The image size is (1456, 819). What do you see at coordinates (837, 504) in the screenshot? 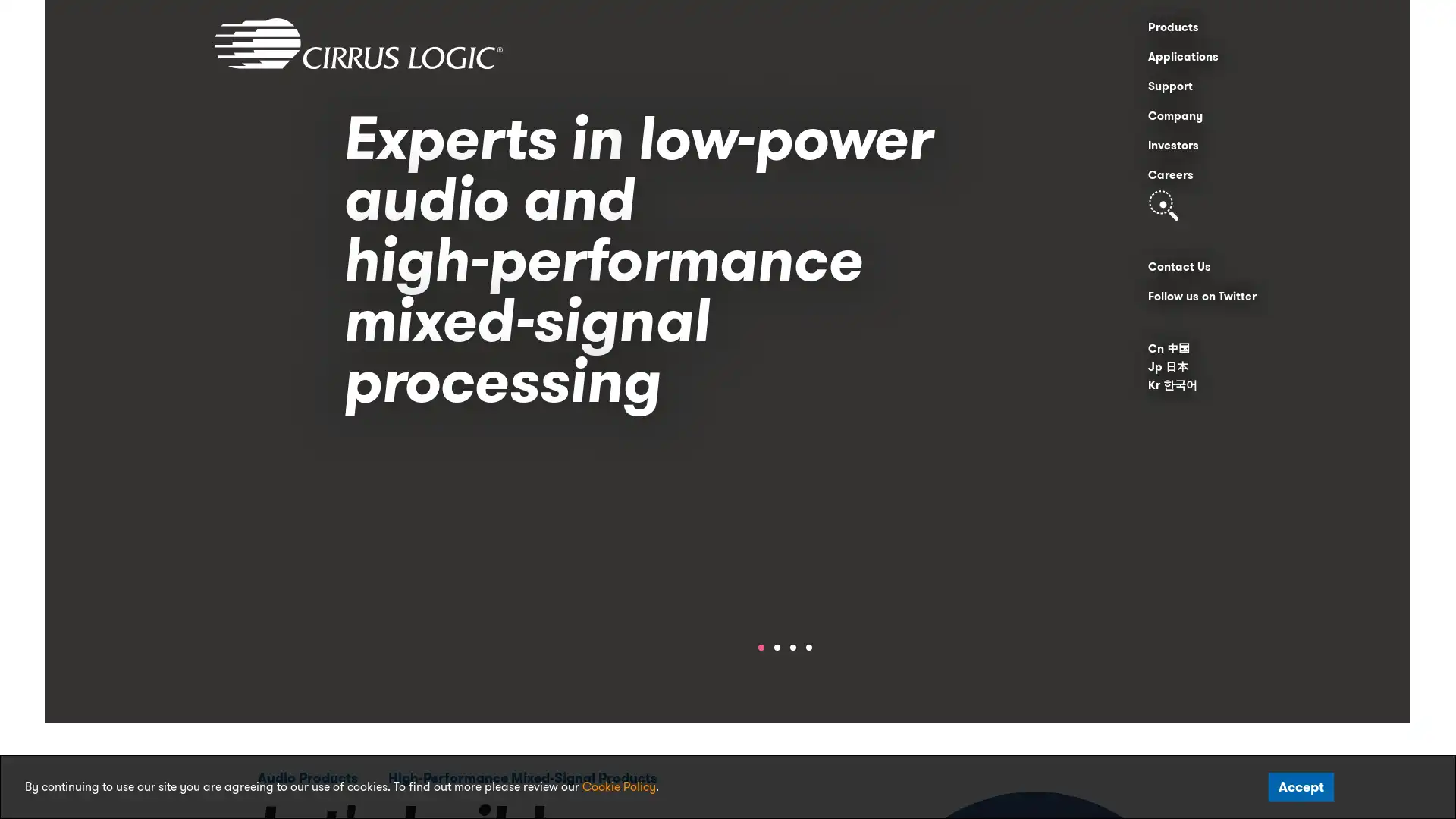
I see `More` at bounding box center [837, 504].